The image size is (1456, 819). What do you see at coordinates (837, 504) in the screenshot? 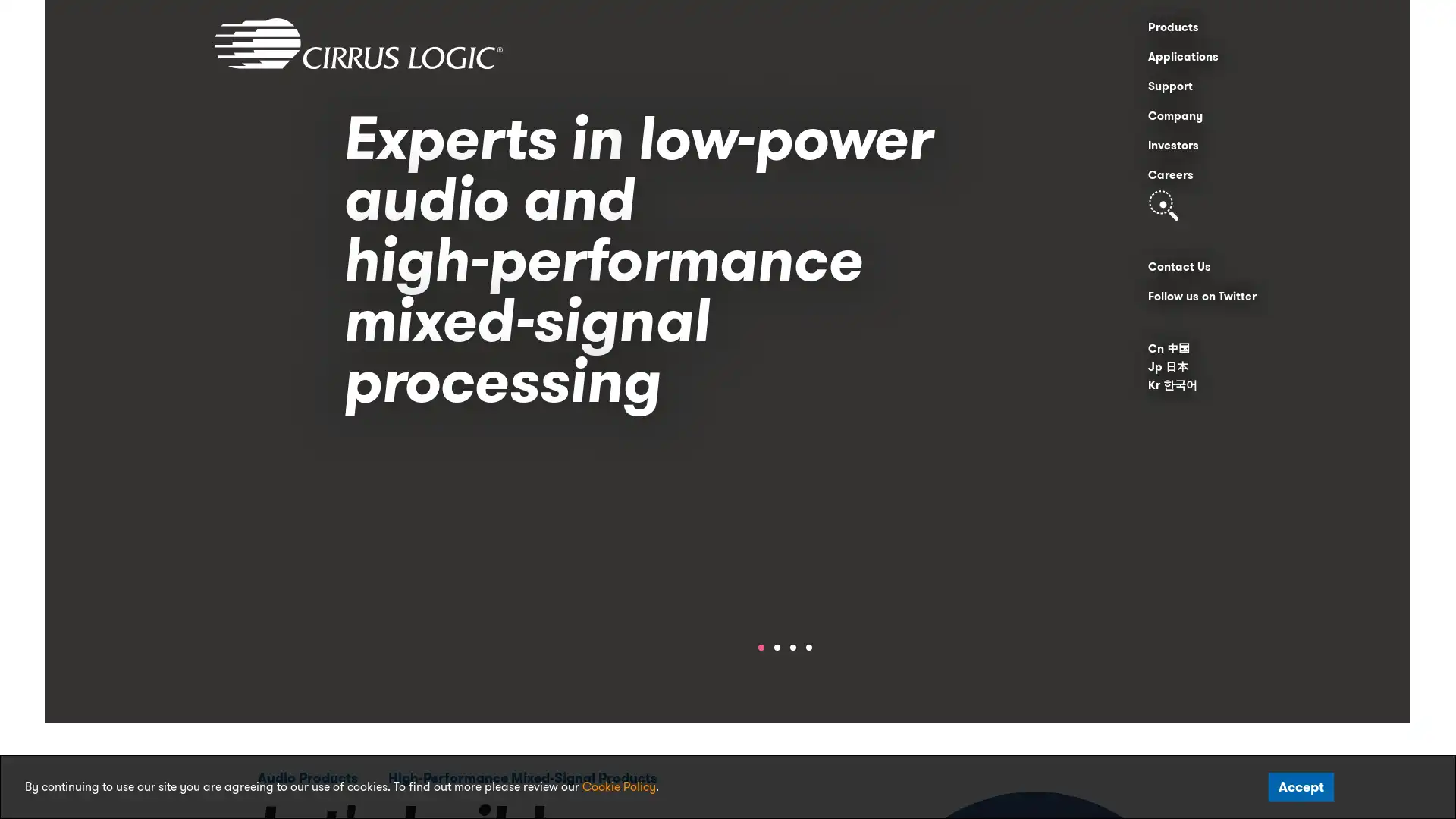
I see `More` at bounding box center [837, 504].